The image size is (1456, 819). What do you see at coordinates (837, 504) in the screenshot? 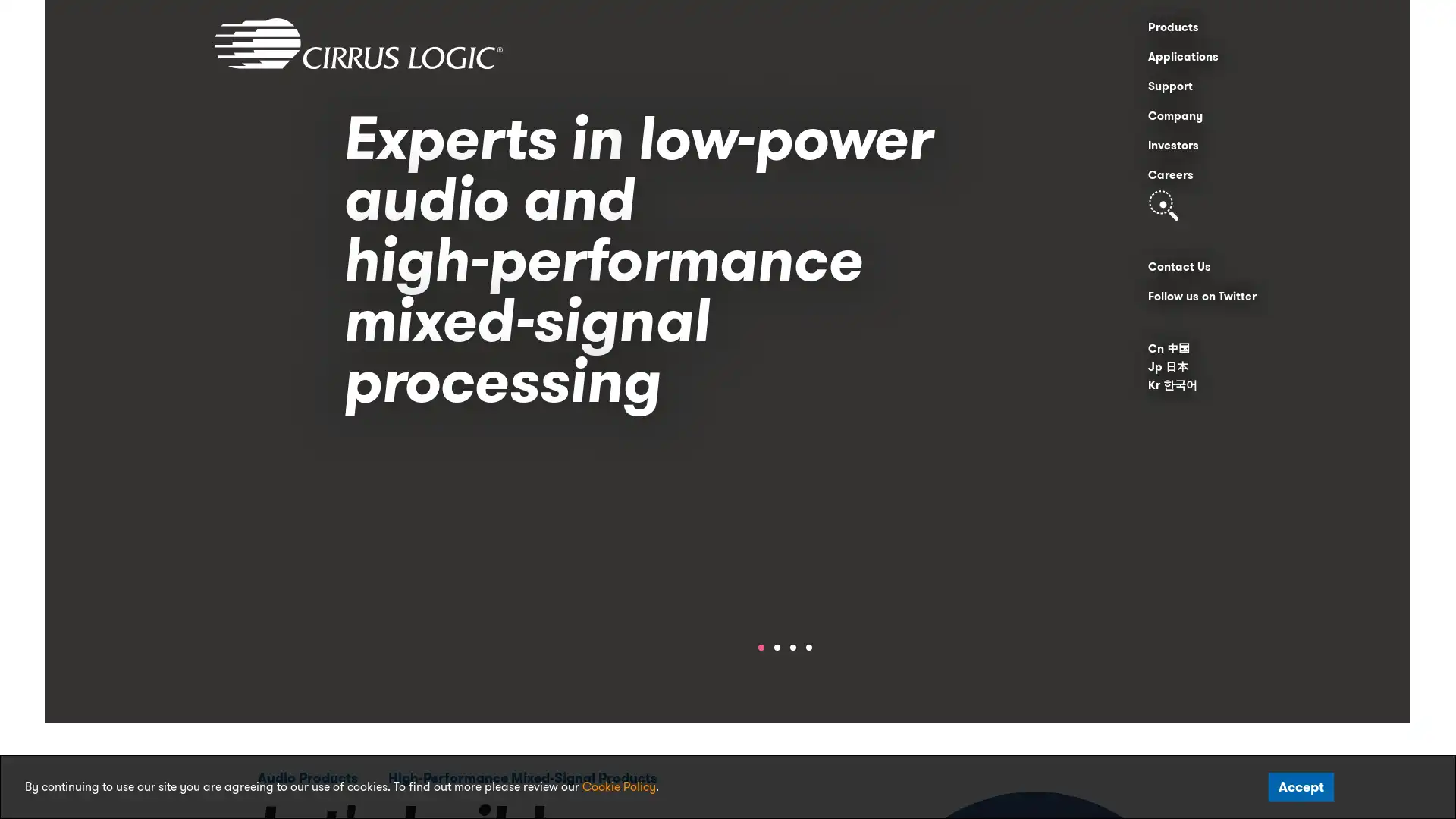
I see `More` at bounding box center [837, 504].